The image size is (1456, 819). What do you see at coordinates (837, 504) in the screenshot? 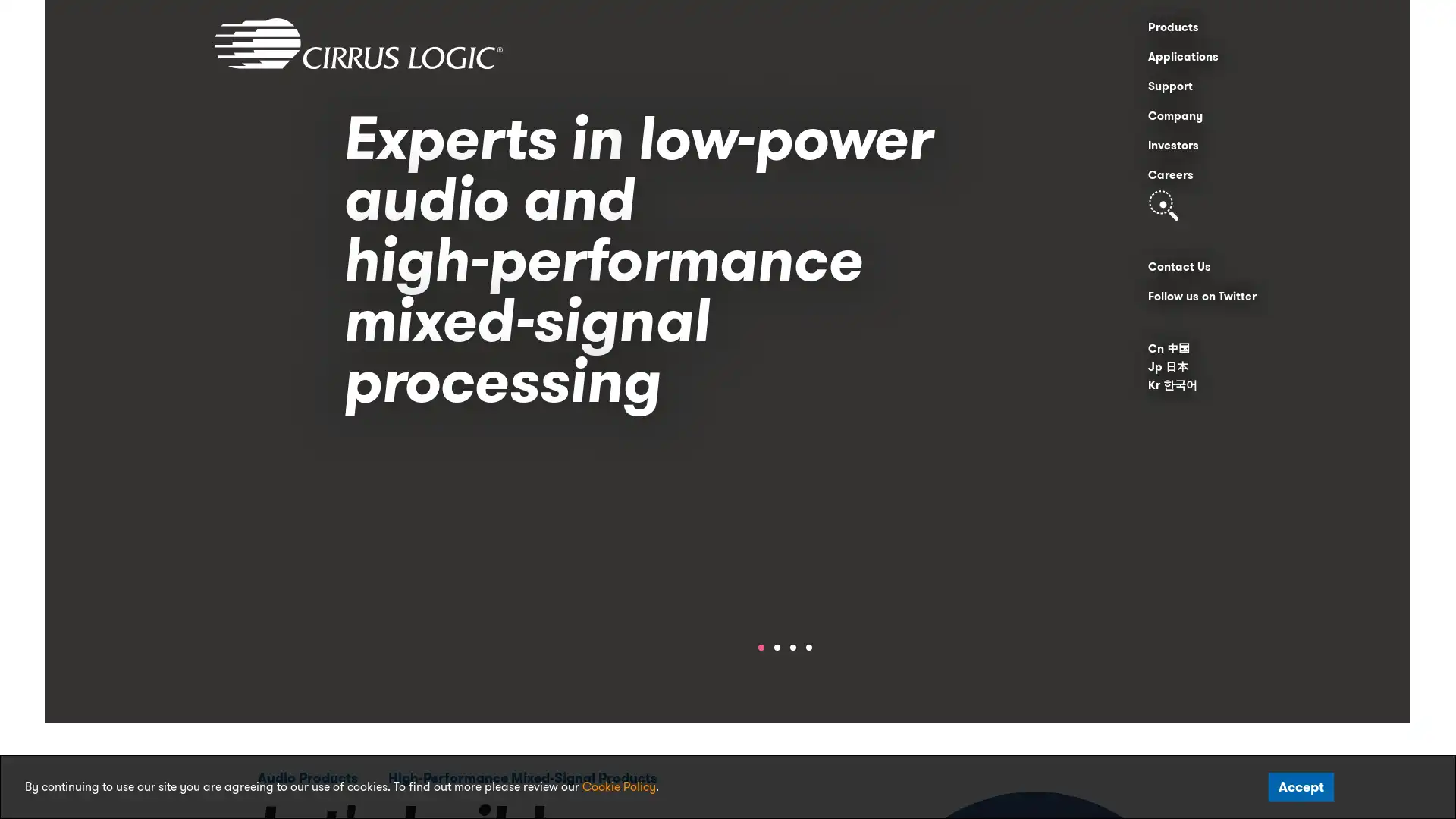
I see `More` at bounding box center [837, 504].